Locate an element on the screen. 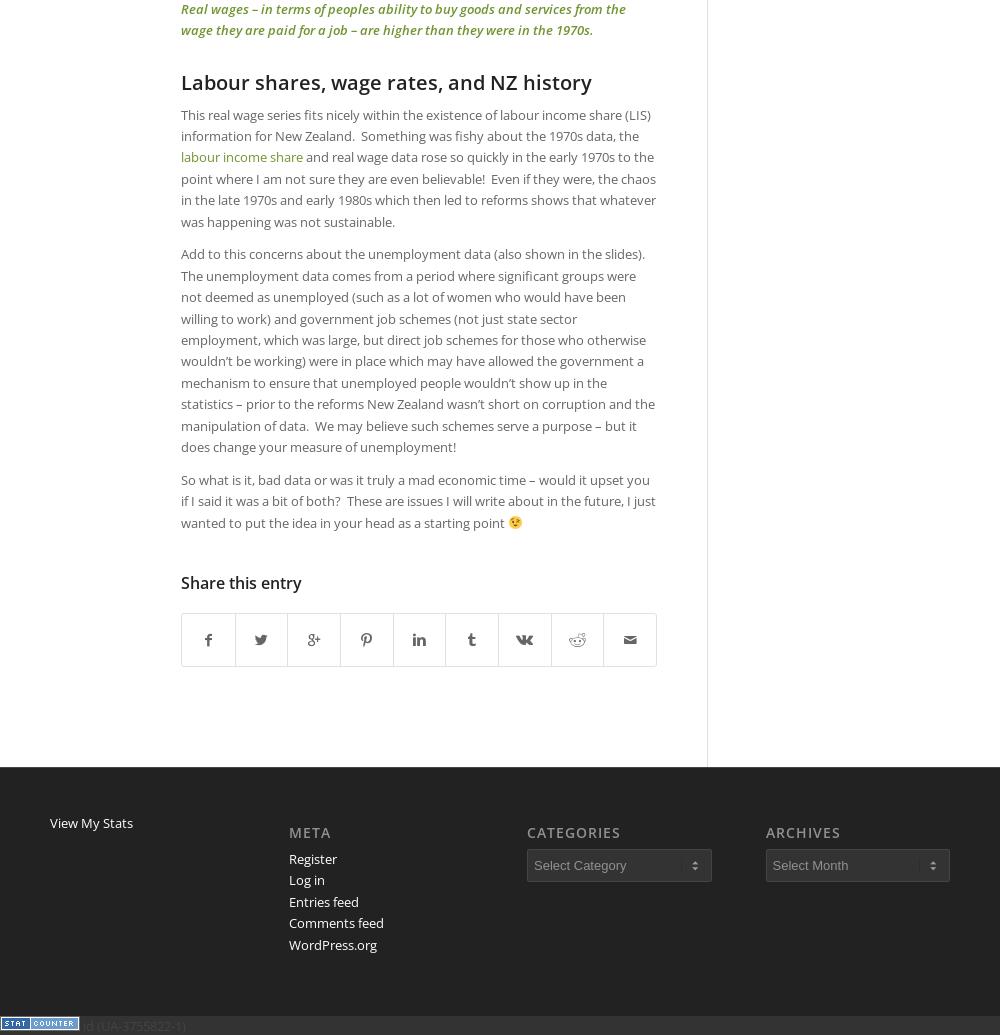 Image resolution: width=1000 pixels, height=1035 pixels. 'Add to this concerns about the unemployment data (also shown in the slides).  The unemployment data comes from a period where significant groups were not deemed as unemployed (such as a lot of women who would have been willing to work) and government job schemes (not just state sector employment, which was large, but direct job schemes for those who otherwise wouldn’t be working) were in place which may have allowed the government a mechanism to ensure that unemployed people wouldn’t show up in the statistics – prior to the reforms New Zealand wasn’t short on corruption and the manipulation of data.  We may believe such schemes serve a purpose – but it does change your measure of unemployment!' is located at coordinates (418, 350).